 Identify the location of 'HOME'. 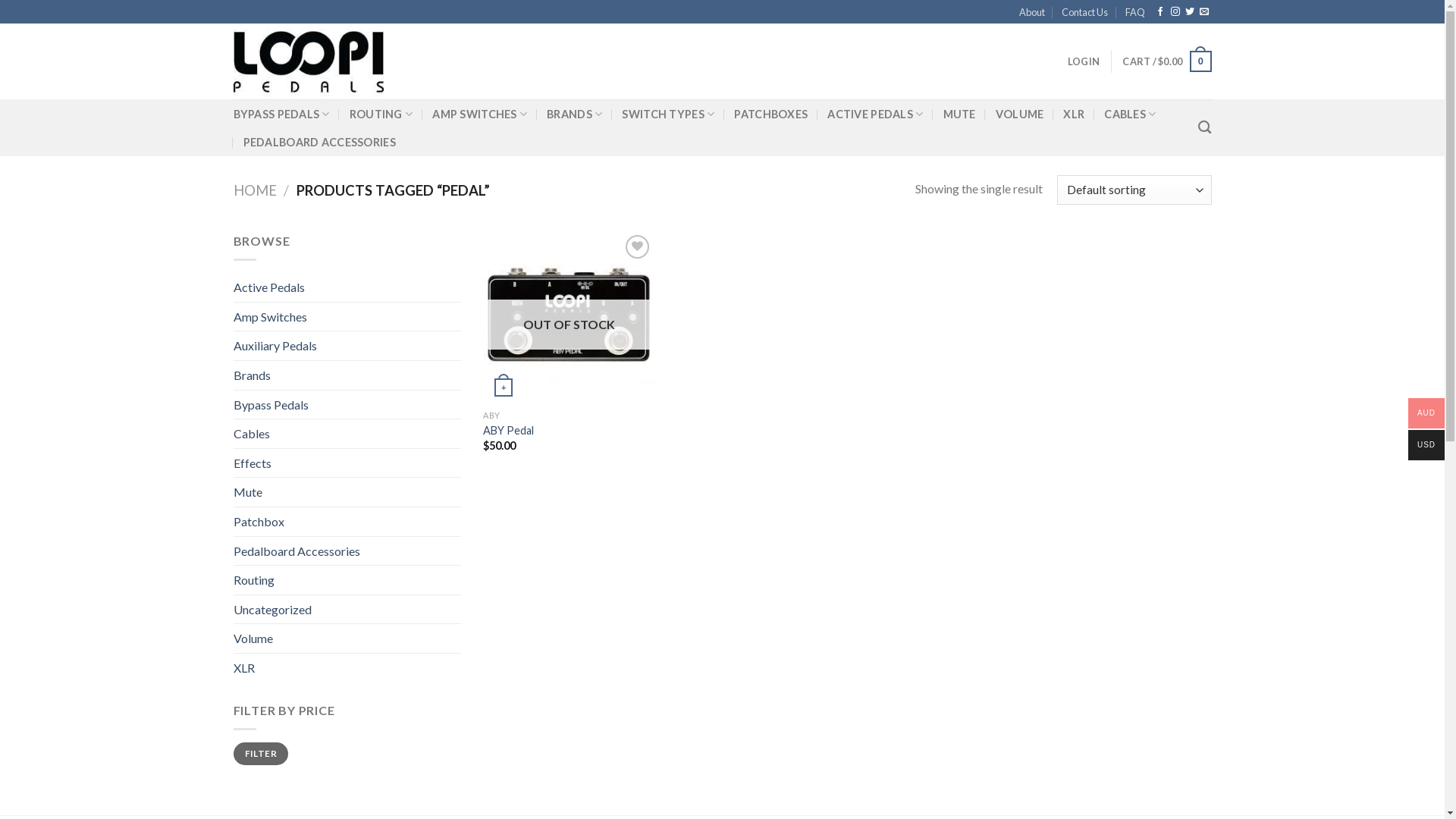
(232, 189).